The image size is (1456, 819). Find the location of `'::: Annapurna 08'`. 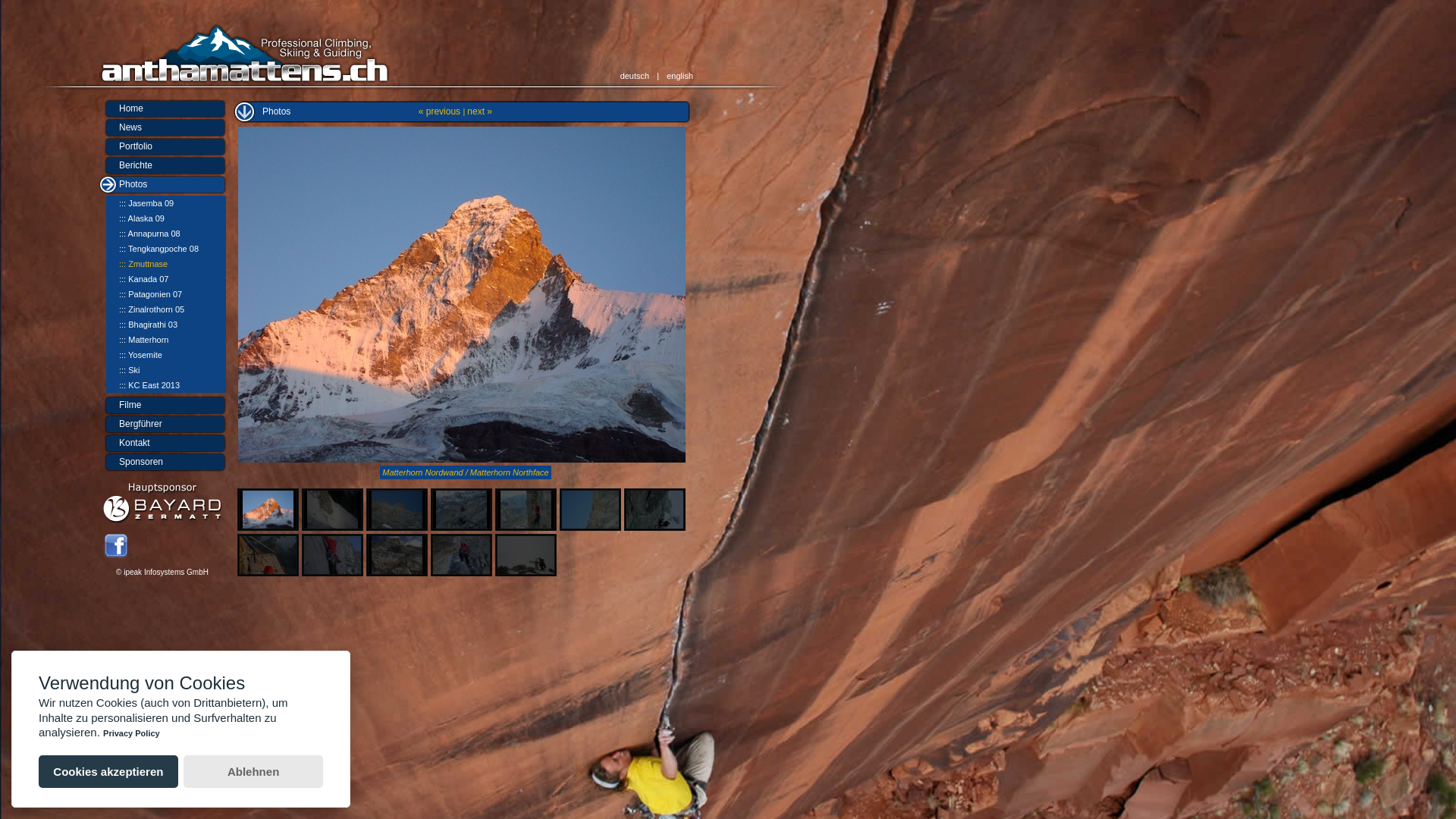

'::: Annapurna 08' is located at coordinates (139, 234).